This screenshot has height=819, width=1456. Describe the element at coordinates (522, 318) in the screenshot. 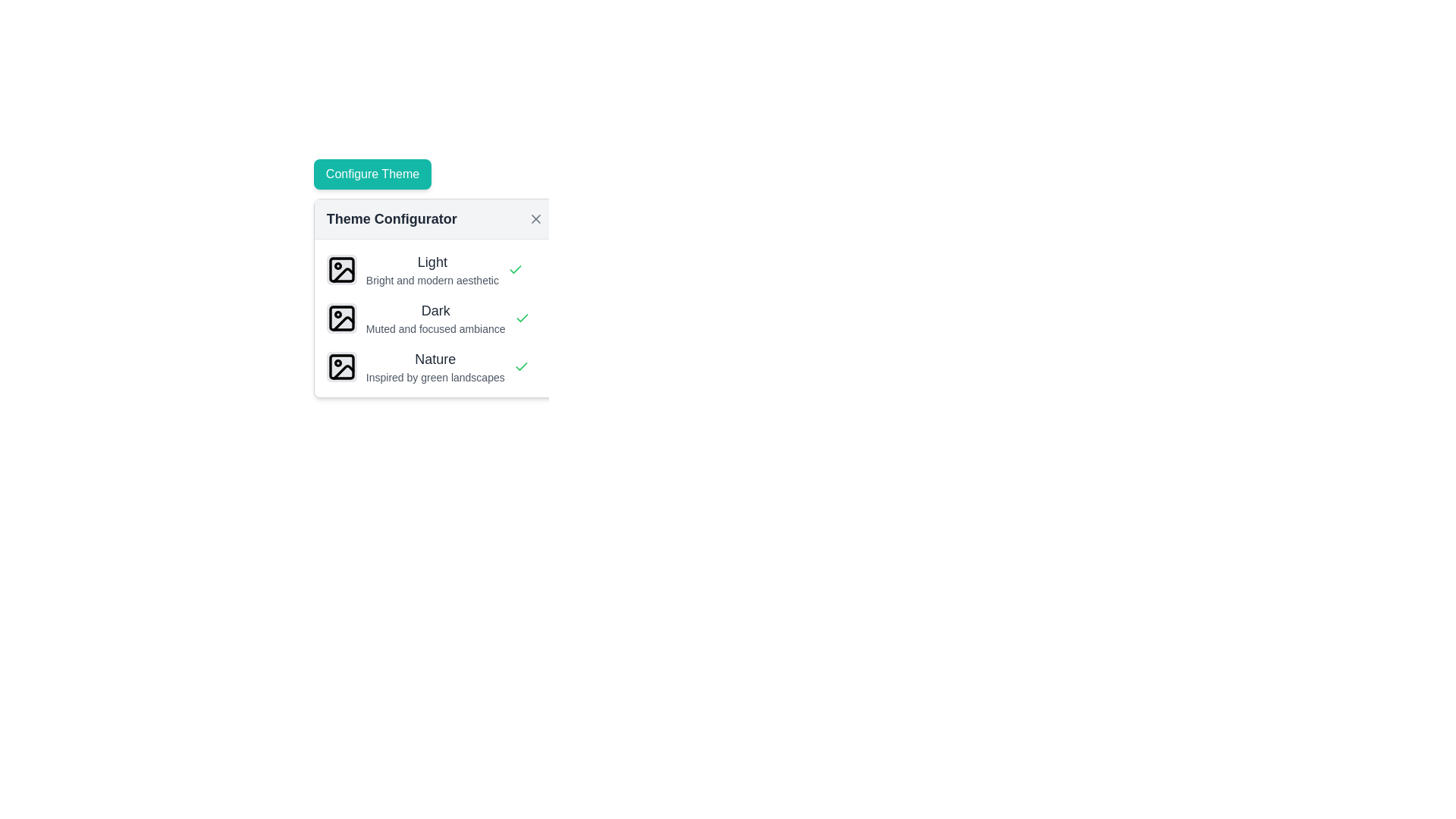

I see `the check mark icon located to the right of the 'Dark' list item in the 'Theme Configurator' panel` at that location.